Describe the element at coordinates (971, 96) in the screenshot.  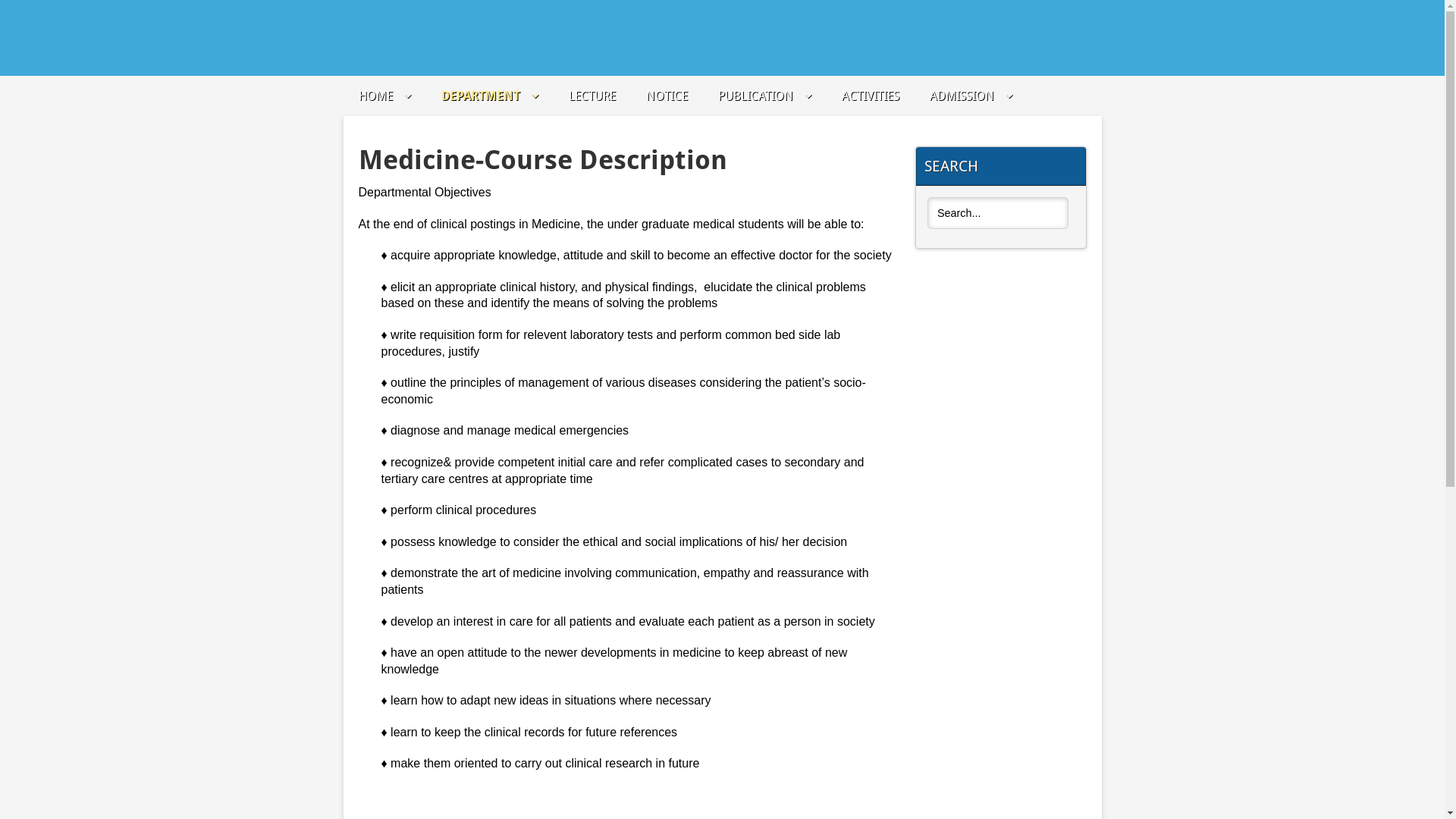
I see `'ADMISSION'` at that location.